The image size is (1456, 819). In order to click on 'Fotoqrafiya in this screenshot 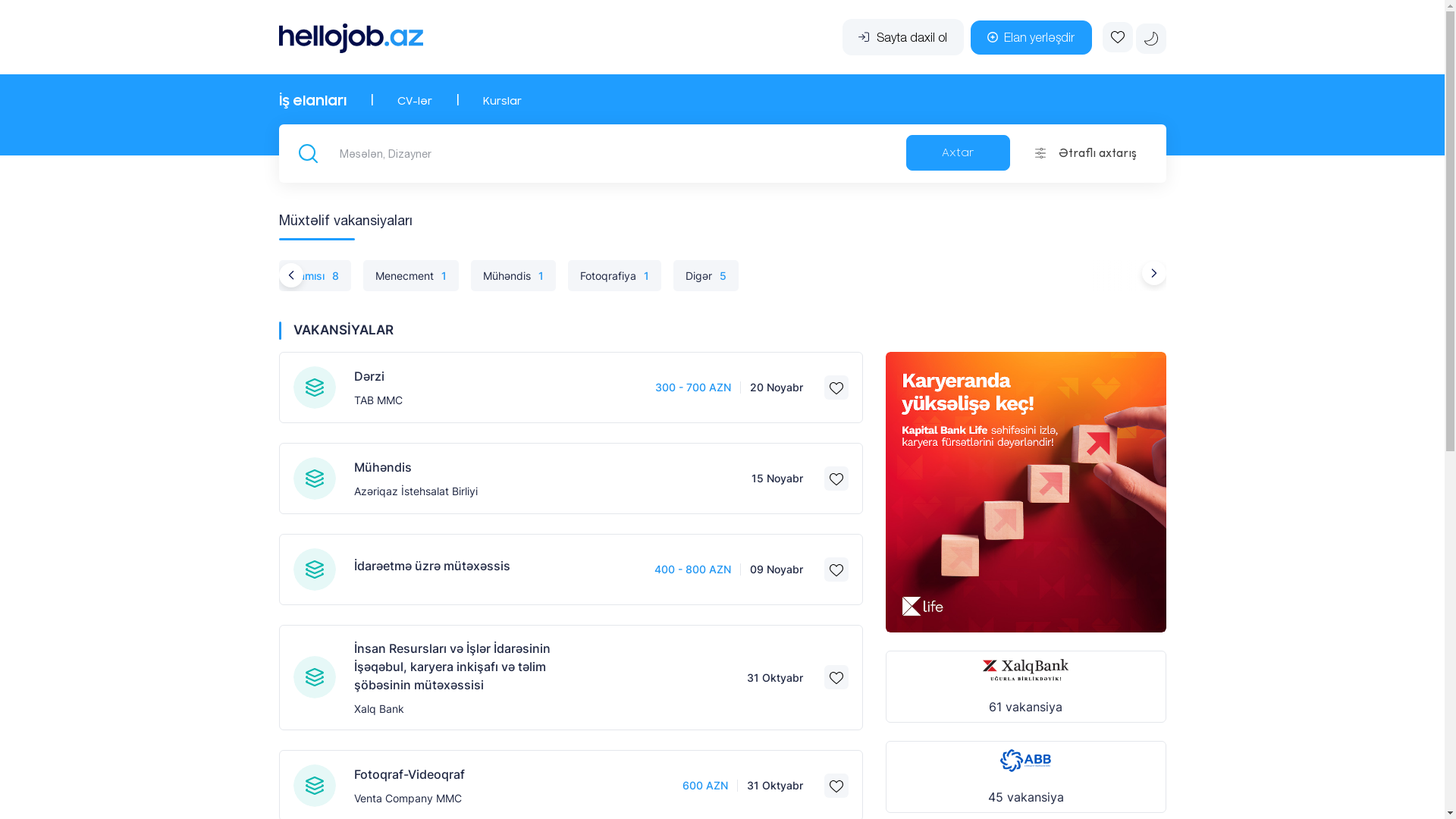, I will do `click(613, 275)`.